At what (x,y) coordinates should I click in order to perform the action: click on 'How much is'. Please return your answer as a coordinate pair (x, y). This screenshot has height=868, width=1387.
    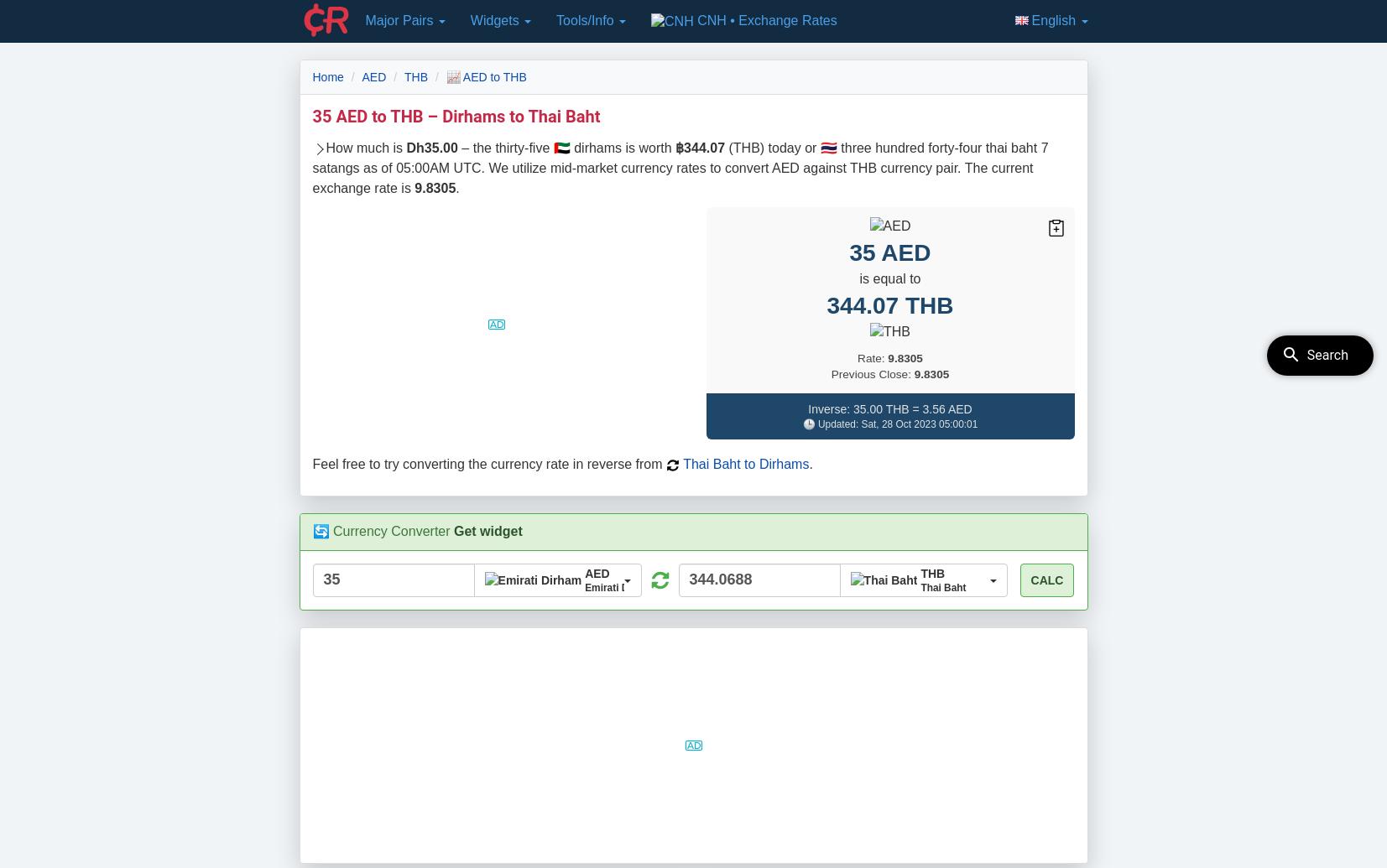
    Looking at the image, I should click on (365, 147).